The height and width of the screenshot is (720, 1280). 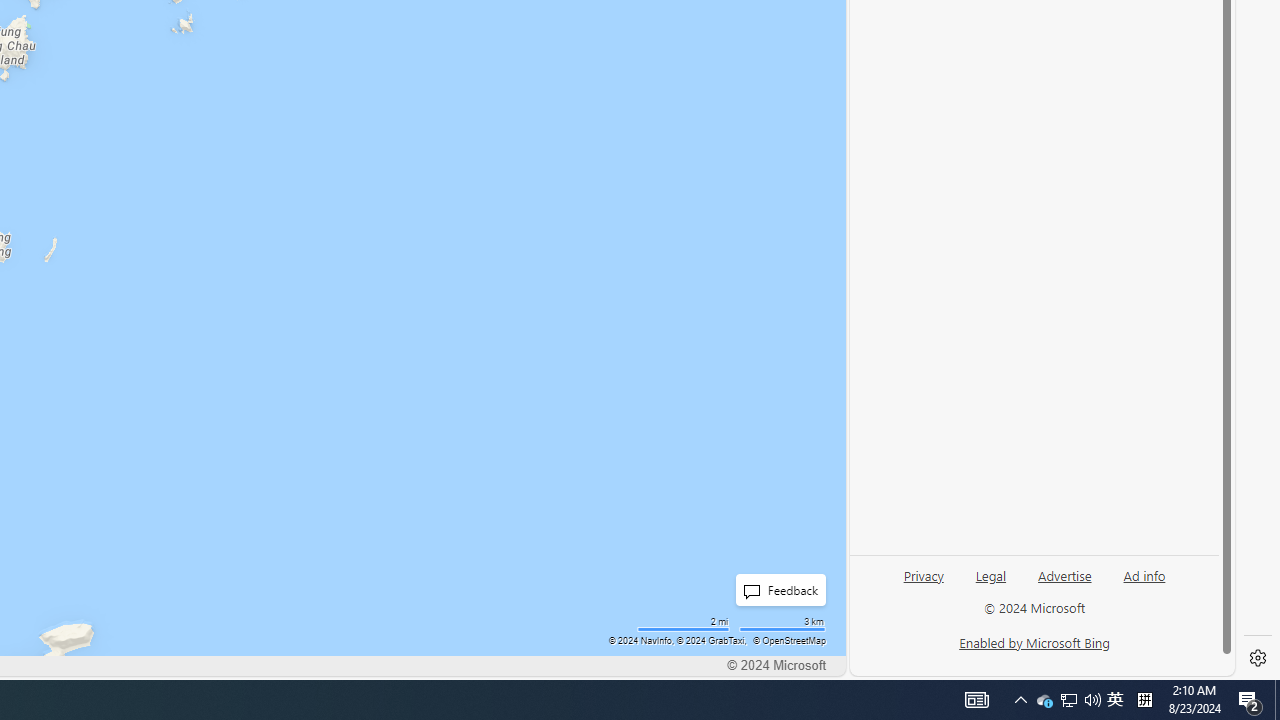 What do you see at coordinates (922, 583) in the screenshot?
I see `'Privacy'` at bounding box center [922, 583].